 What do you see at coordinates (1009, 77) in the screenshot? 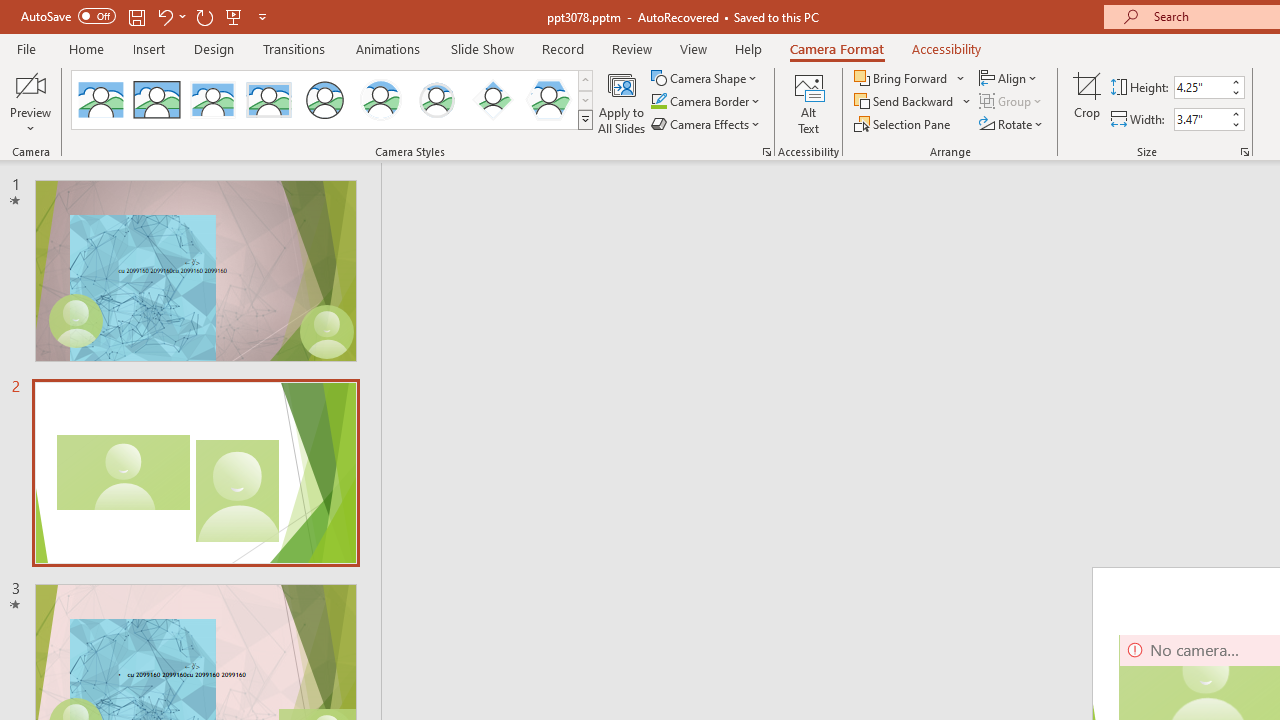
I see `'Align'` at bounding box center [1009, 77].